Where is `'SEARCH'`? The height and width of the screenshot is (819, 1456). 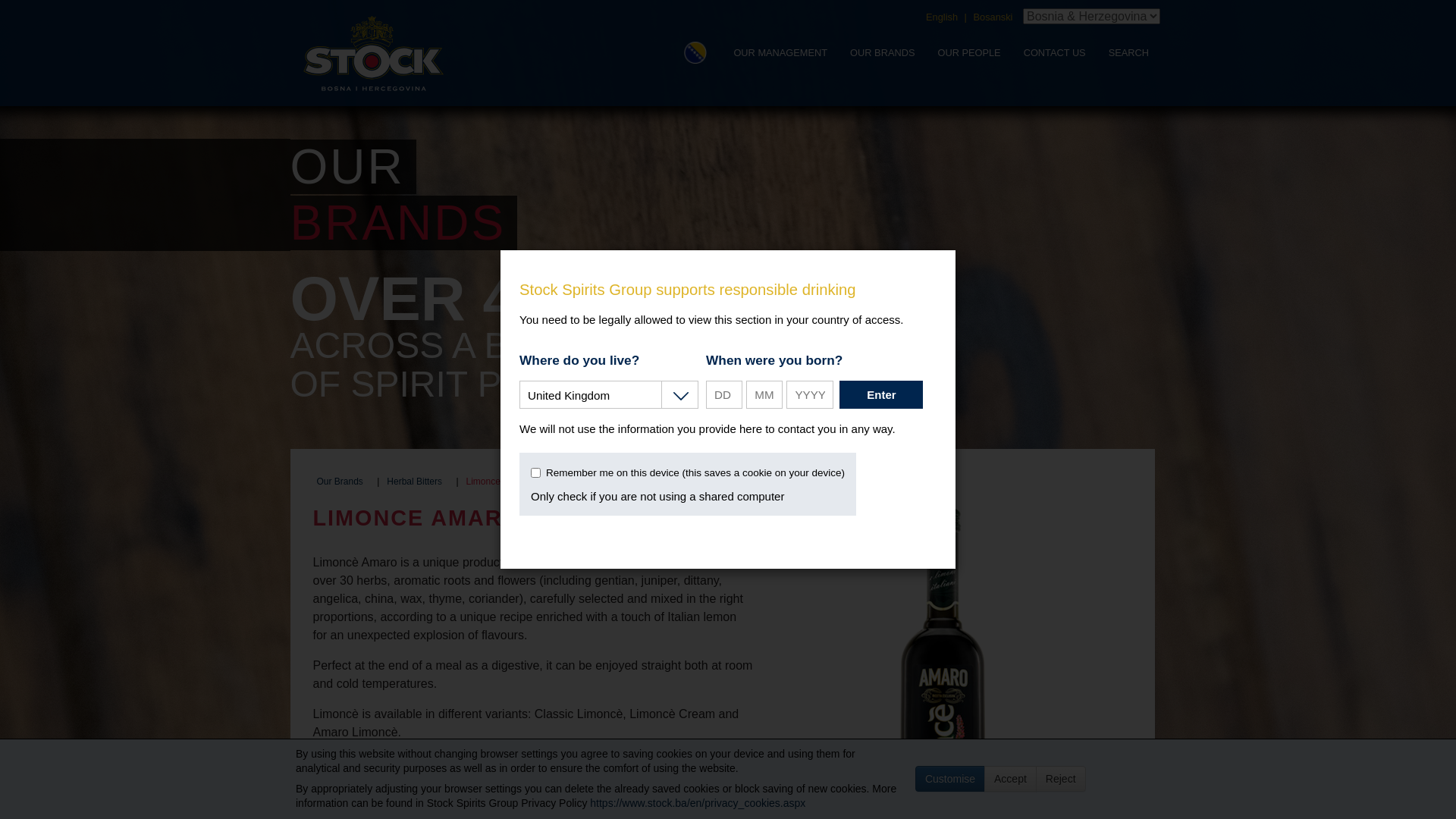
'SEARCH' is located at coordinates (1128, 52).